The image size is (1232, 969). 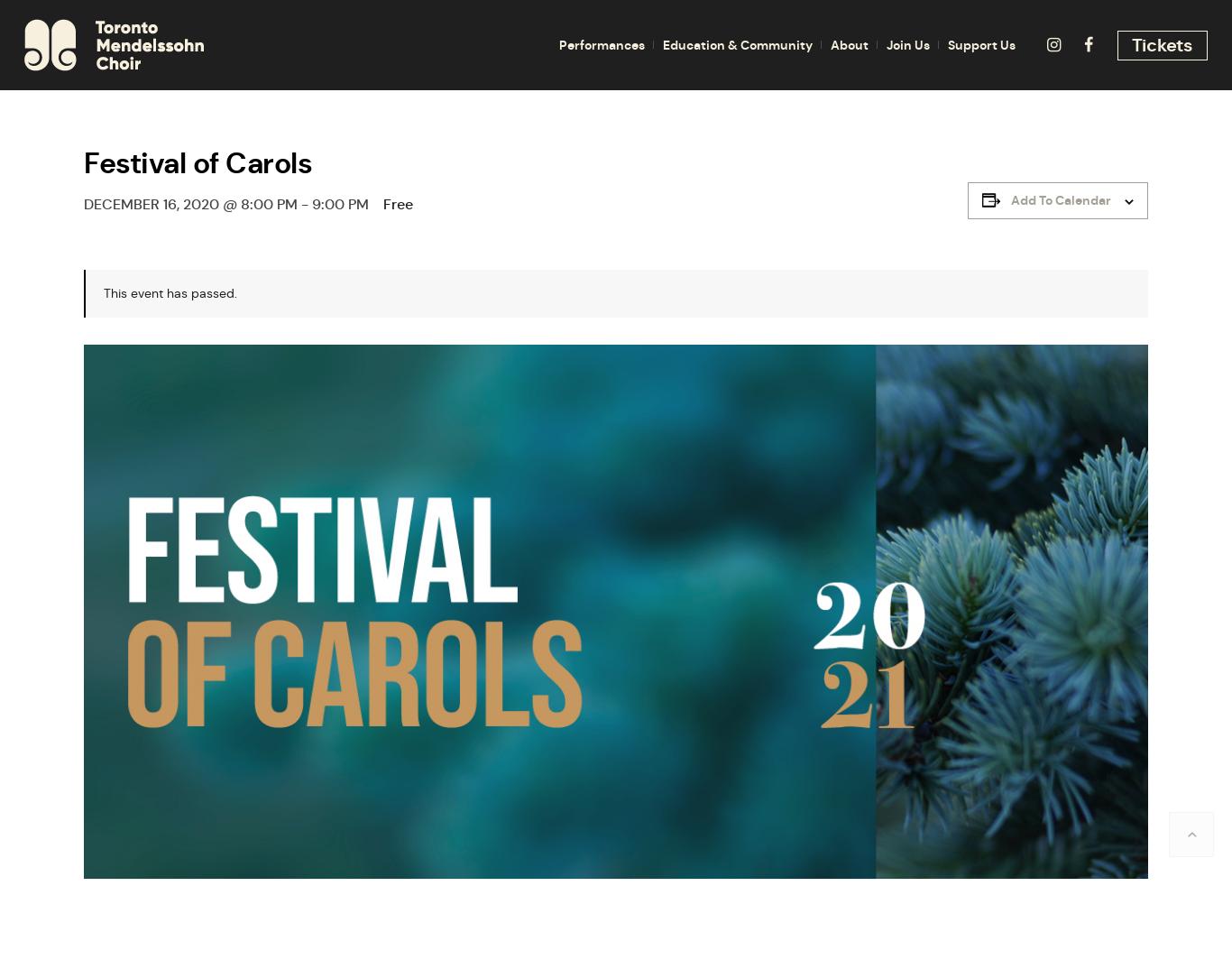 I want to click on 'Sing at Home', so click(x=714, y=343).